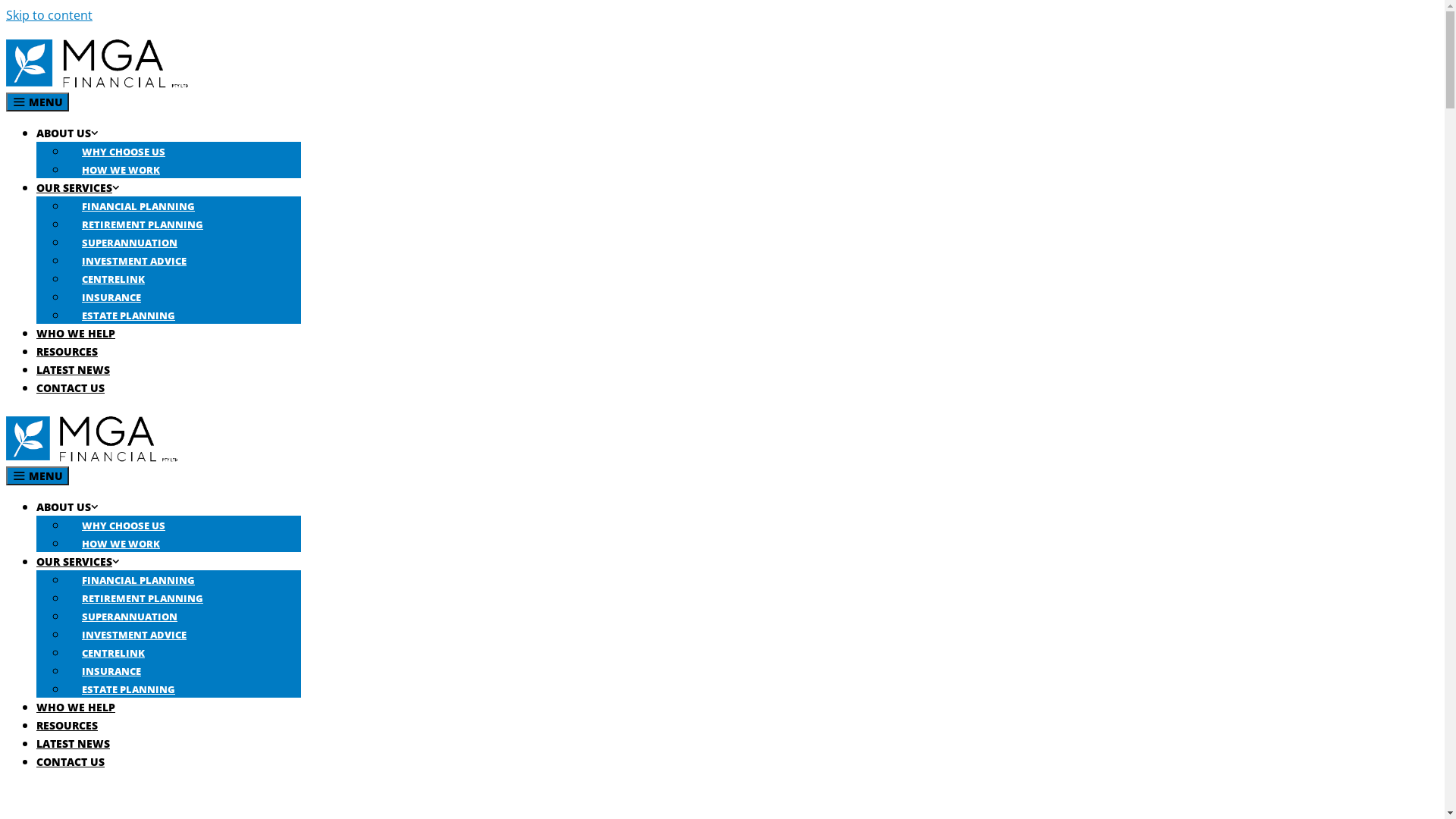 This screenshot has height=819, width=1456. Describe the element at coordinates (138, 579) in the screenshot. I see `'FINANCIAL PLANNING'` at that location.